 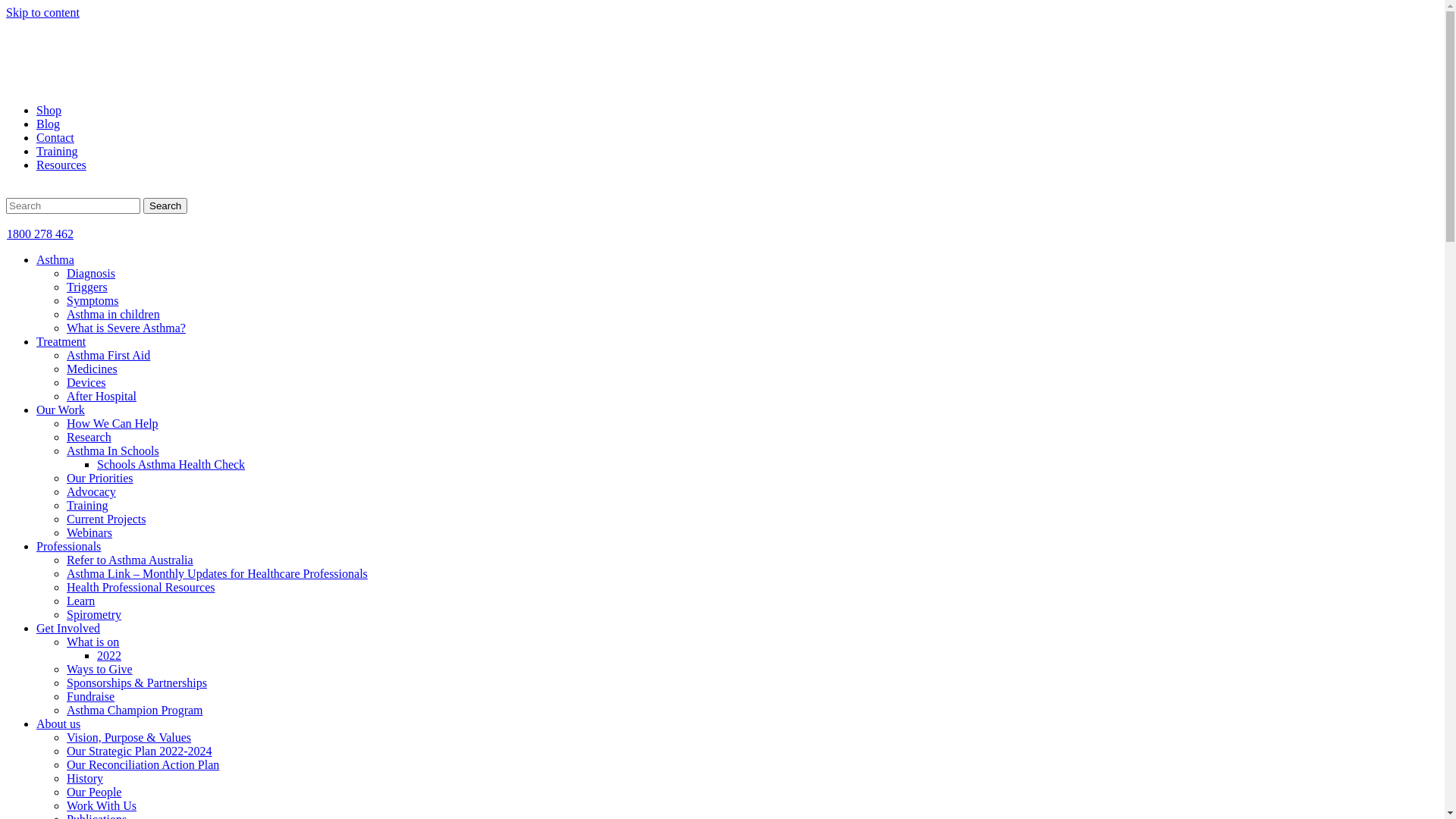 What do you see at coordinates (99, 668) in the screenshot?
I see `'Ways to Give'` at bounding box center [99, 668].